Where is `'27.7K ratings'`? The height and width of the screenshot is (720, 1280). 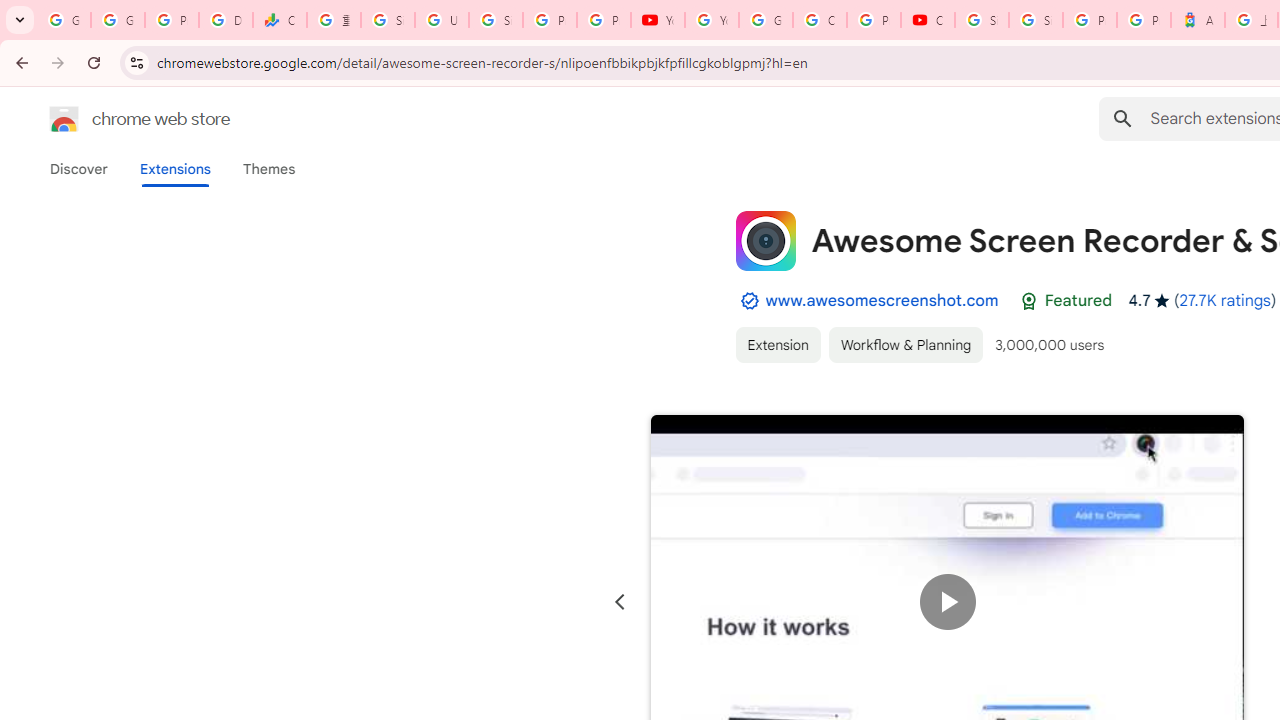
'27.7K ratings' is located at coordinates (1223, 300).